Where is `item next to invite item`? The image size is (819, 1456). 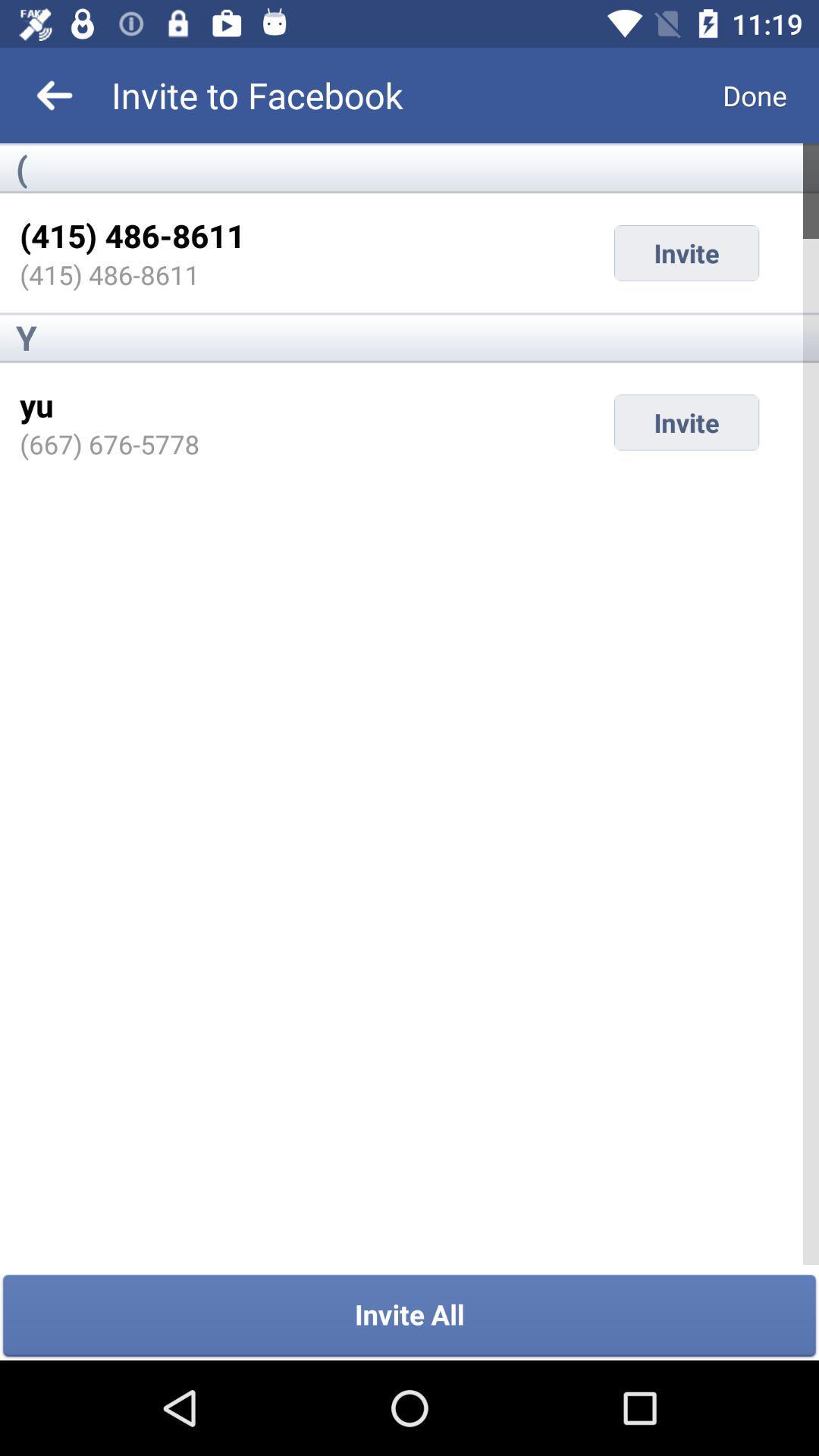 item next to invite item is located at coordinates (36, 404).